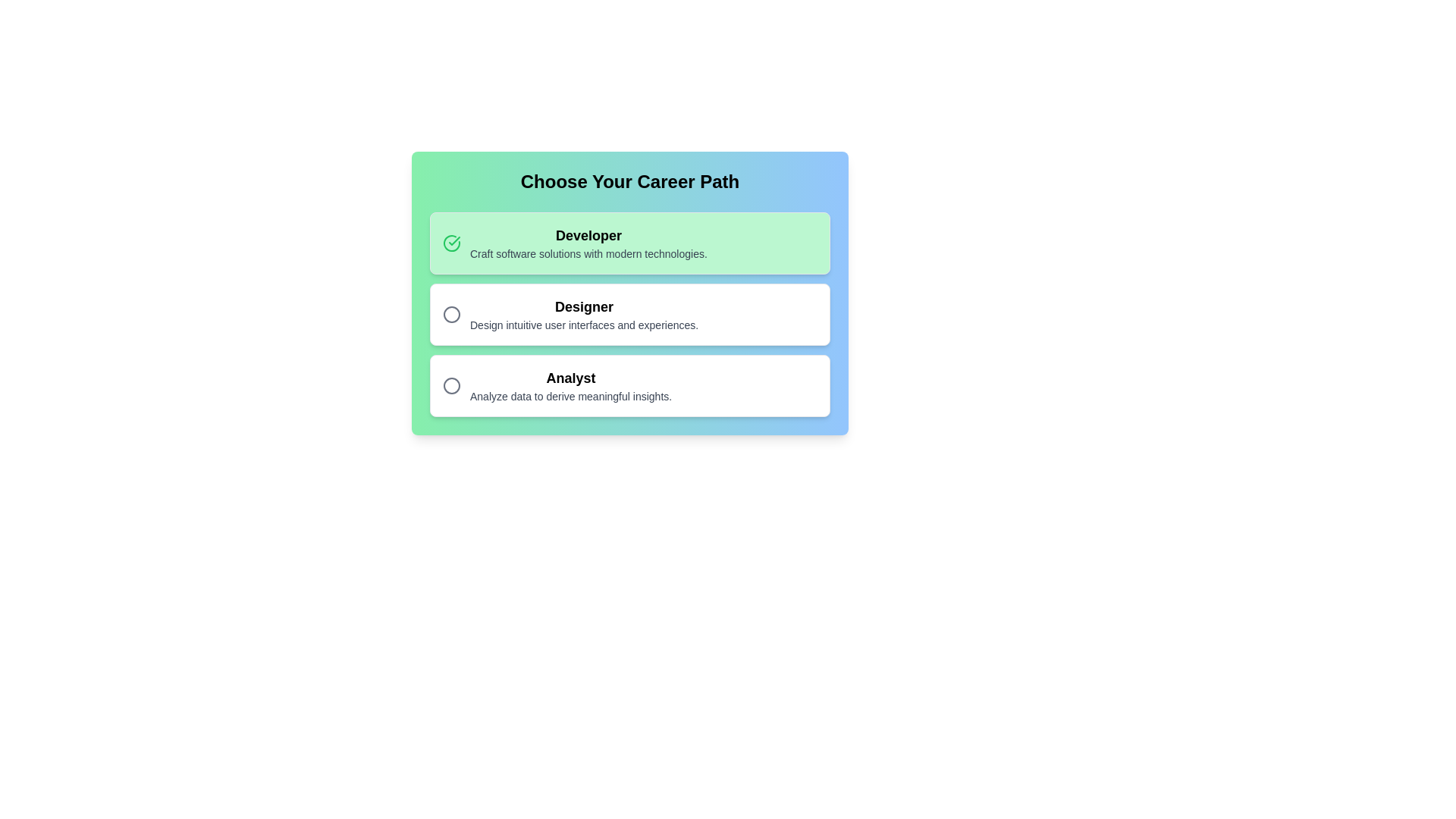 The height and width of the screenshot is (819, 1456). What do you see at coordinates (453, 240) in the screenshot?
I see `the visual indicator icon for the 'Developer' option in the vertically arranged selection menu, positioned near the left edge of the option's border` at bounding box center [453, 240].